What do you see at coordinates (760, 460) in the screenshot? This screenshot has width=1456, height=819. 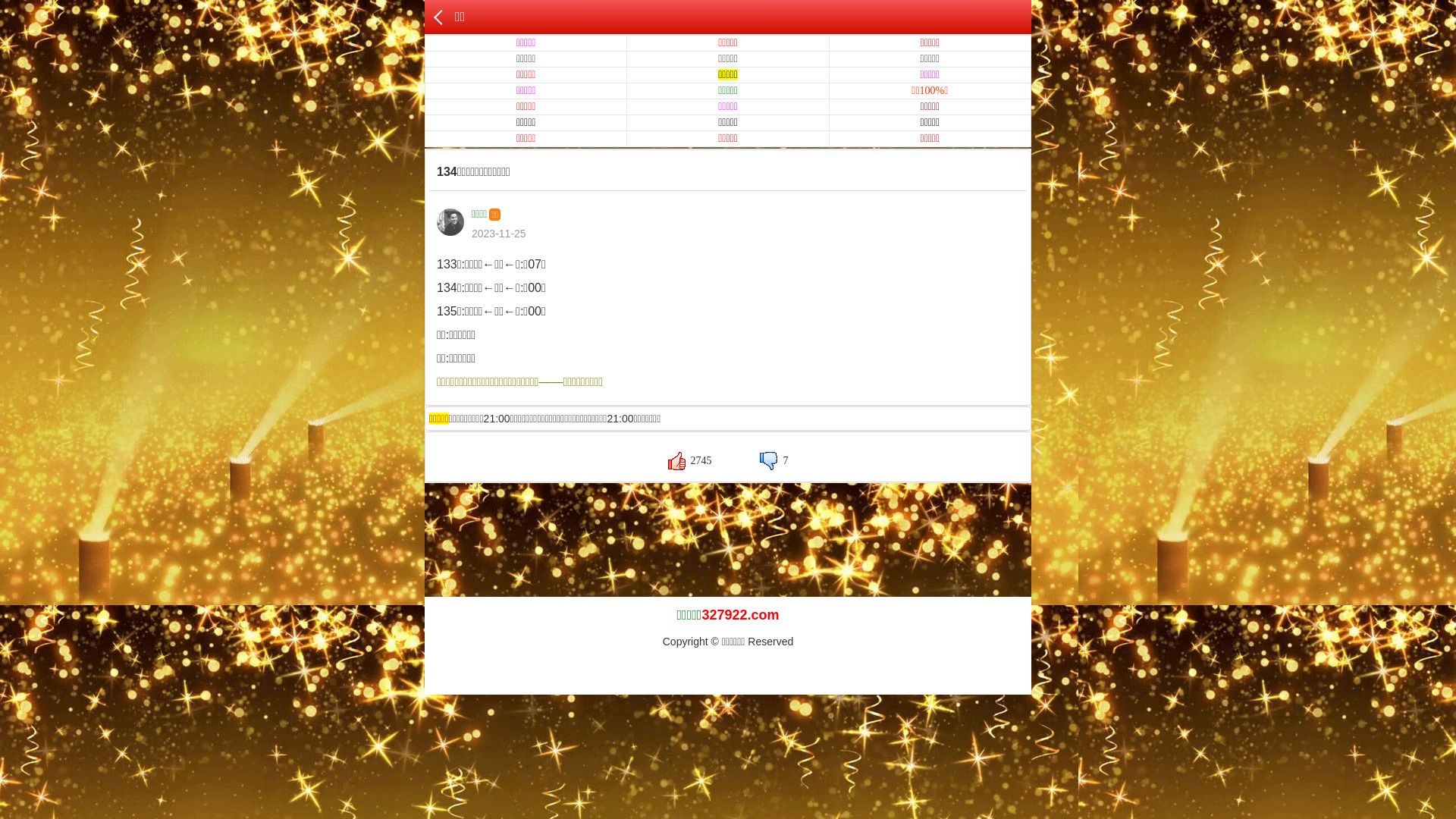 I see `'7'` at bounding box center [760, 460].